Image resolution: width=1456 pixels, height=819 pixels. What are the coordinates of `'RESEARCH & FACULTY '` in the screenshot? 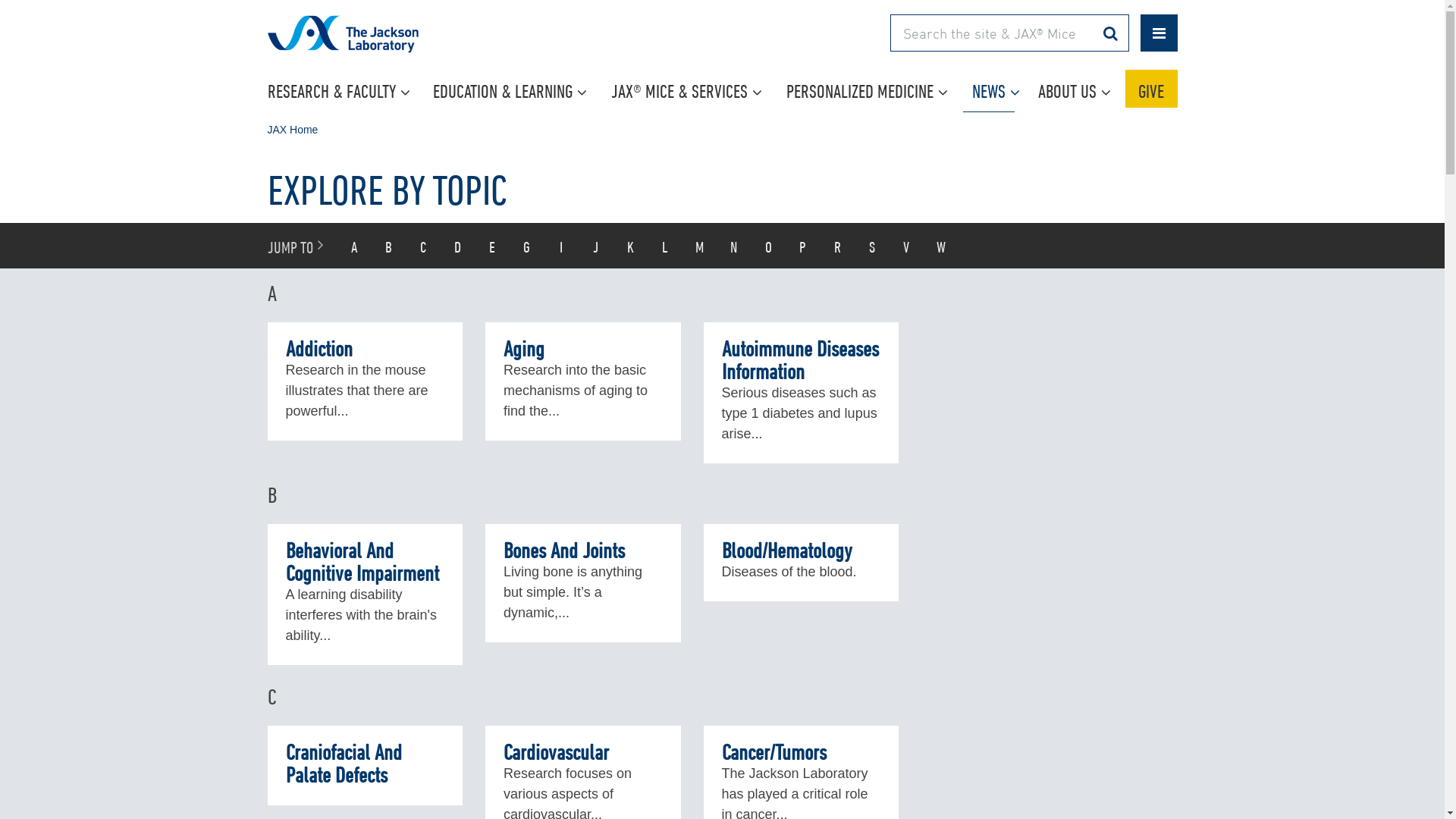 It's located at (340, 88).